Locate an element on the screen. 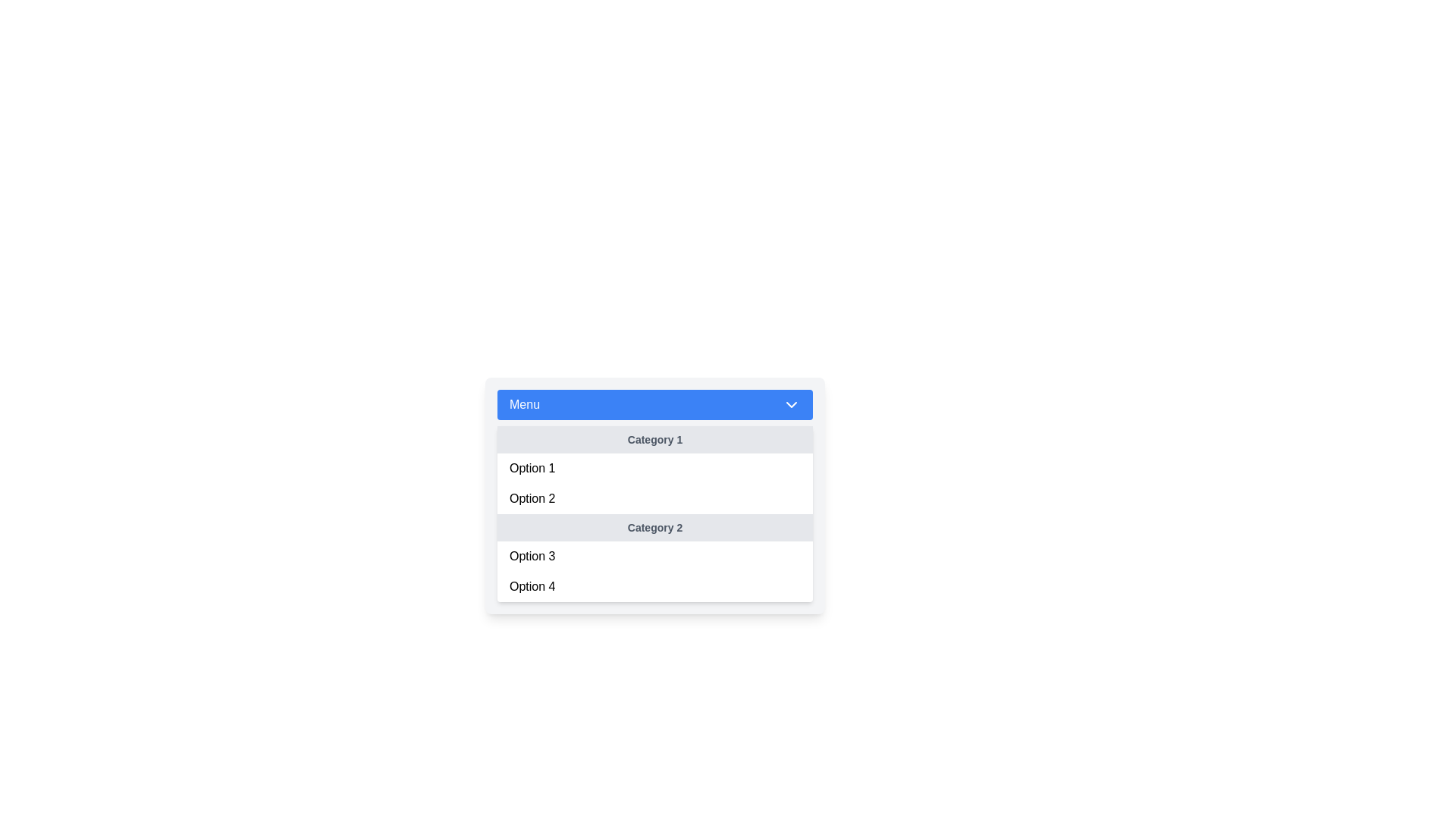 The height and width of the screenshot is (819, 1456). the first option 'Option 1' in the Categorized Dropdown Section titled 'Category 1' is located at coordinates (655, 469).